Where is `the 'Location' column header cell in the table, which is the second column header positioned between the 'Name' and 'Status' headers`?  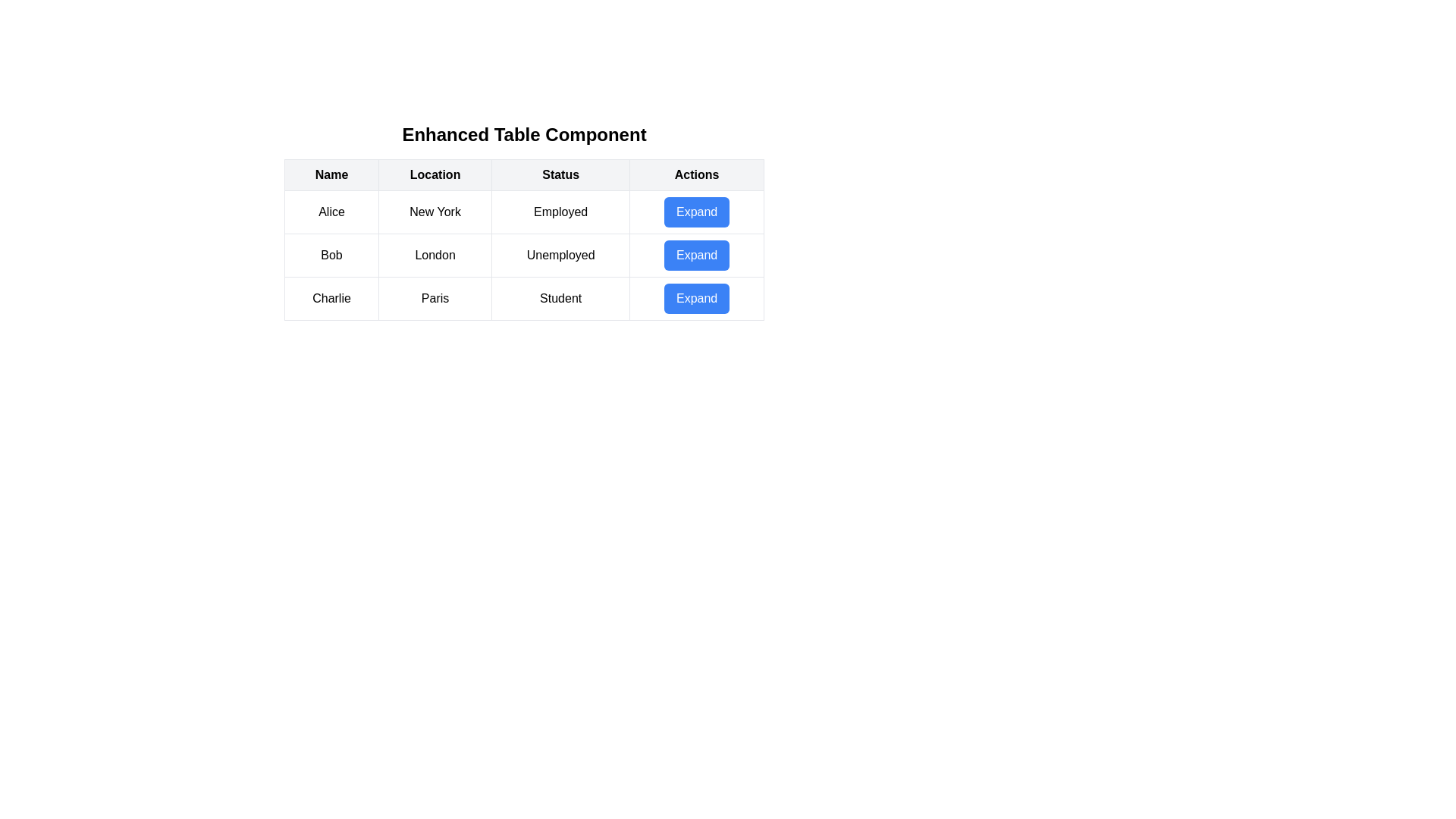 the 'Location' column header cell in the table, which is the second column header positioned between the 'Name' and 'Status' headers is located at coordinates (435, 174).